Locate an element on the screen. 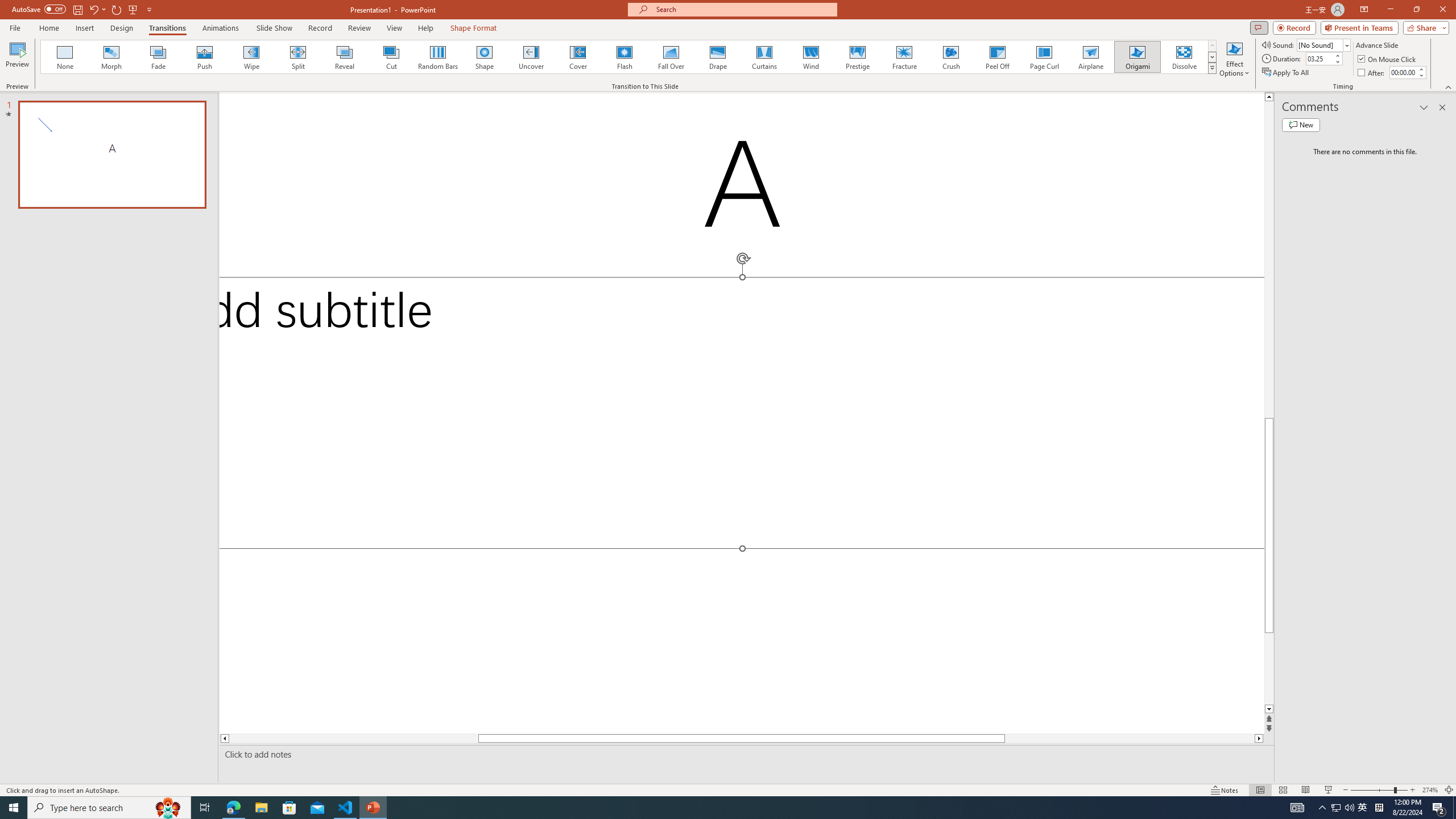 The image size is (1456, 819). 'Page Curl' is located at coordinates (1043, 56).